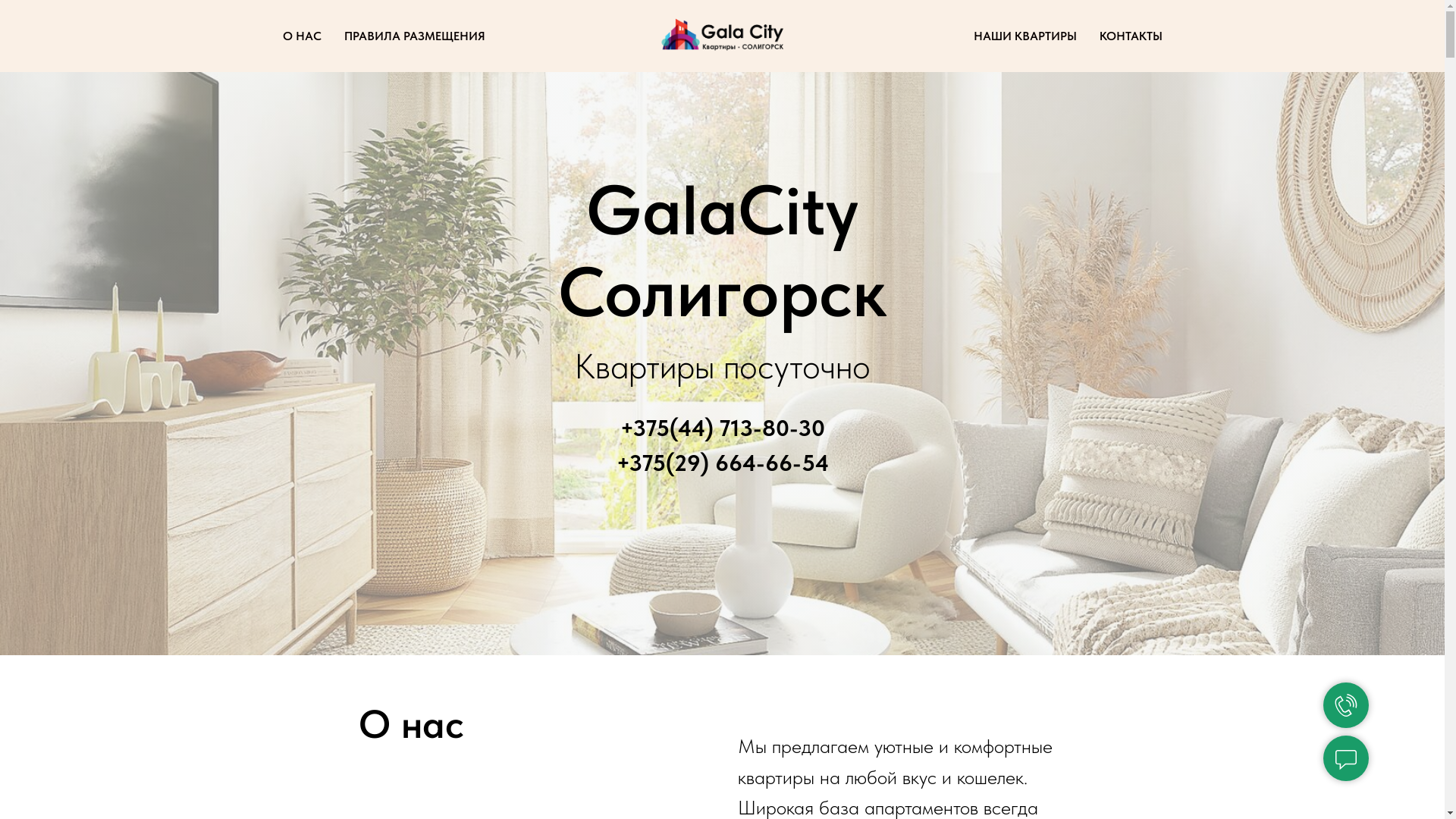  What do you see at coordinates (720, 461) in the screenshot?
I see `'+375(29) 664-66-54'` at bounding box center [720, 461].